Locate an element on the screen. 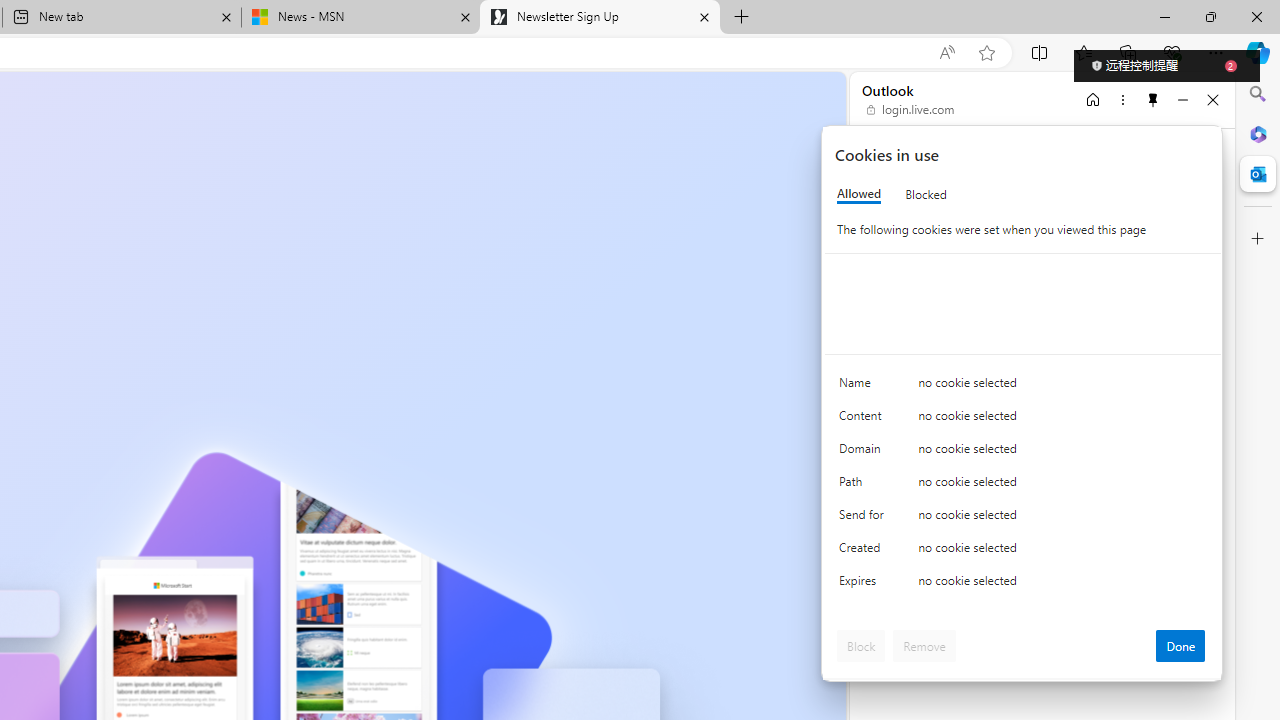 This screenshot has height=720, width=1280. 'login.live.com' is located at coordinates (910, 110).